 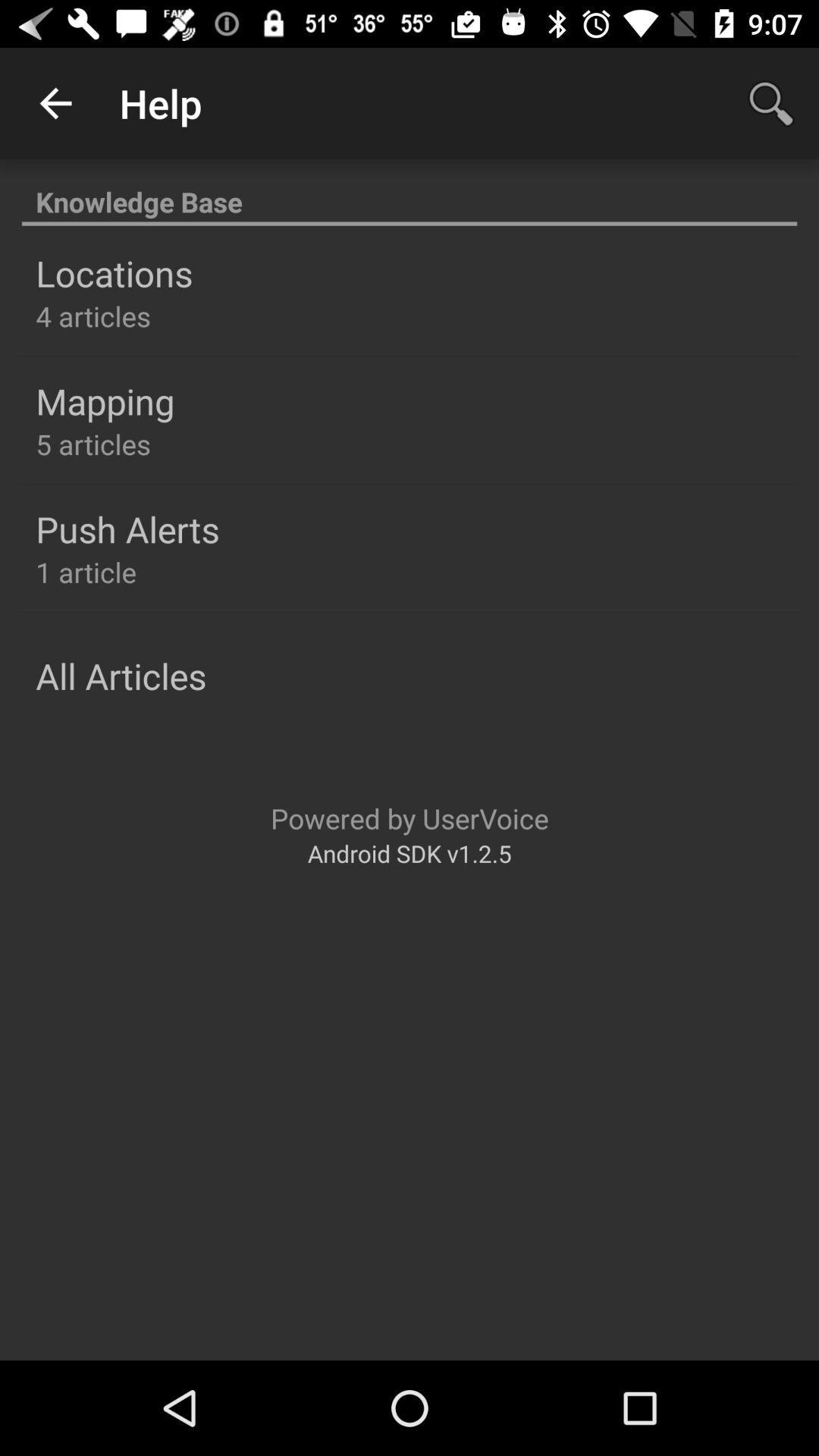 I want to click on item above the knowledge base, so click(x=771, y=102).